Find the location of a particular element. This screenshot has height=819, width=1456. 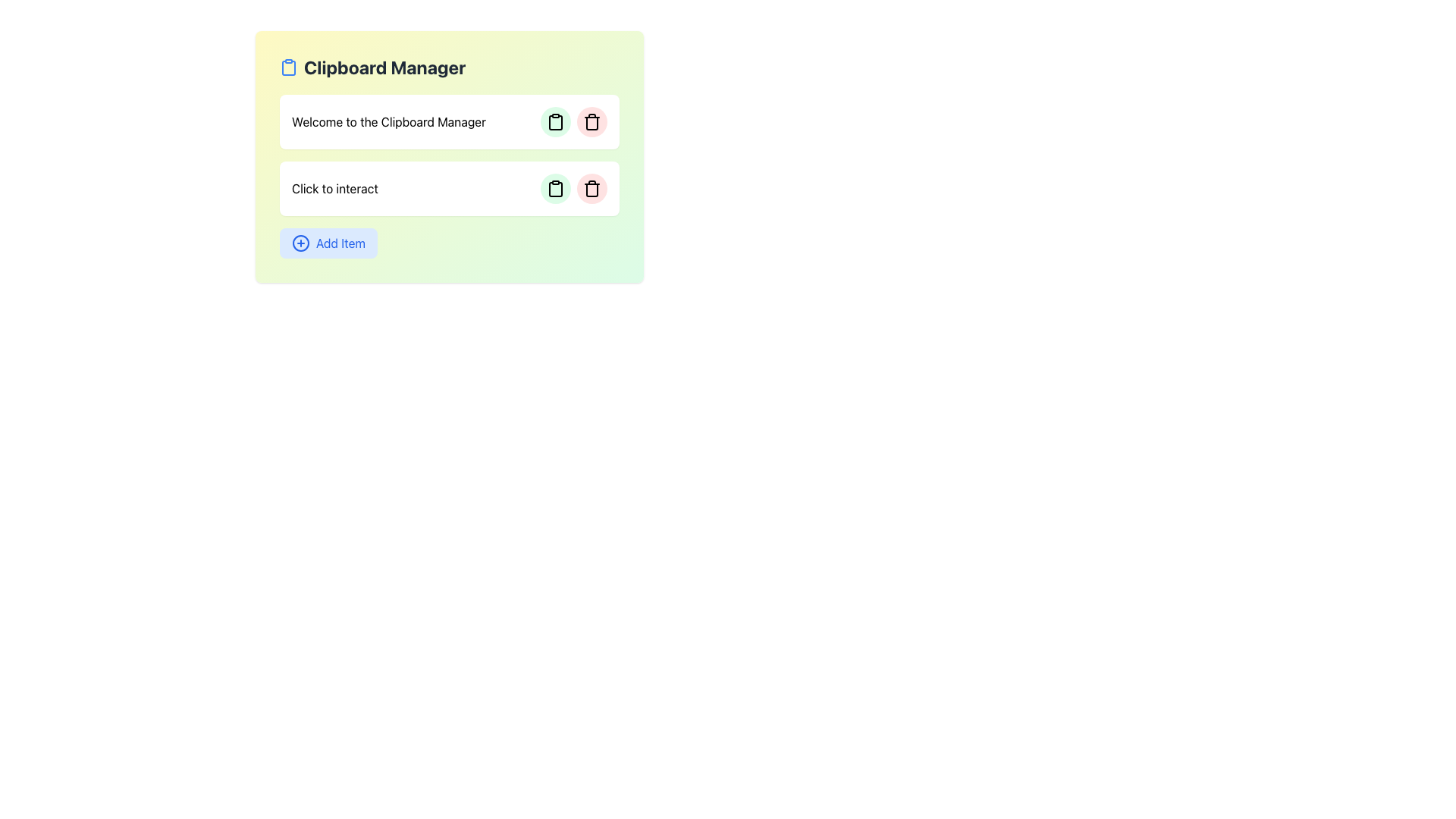

the delete button is located at coordinates (591, 188).